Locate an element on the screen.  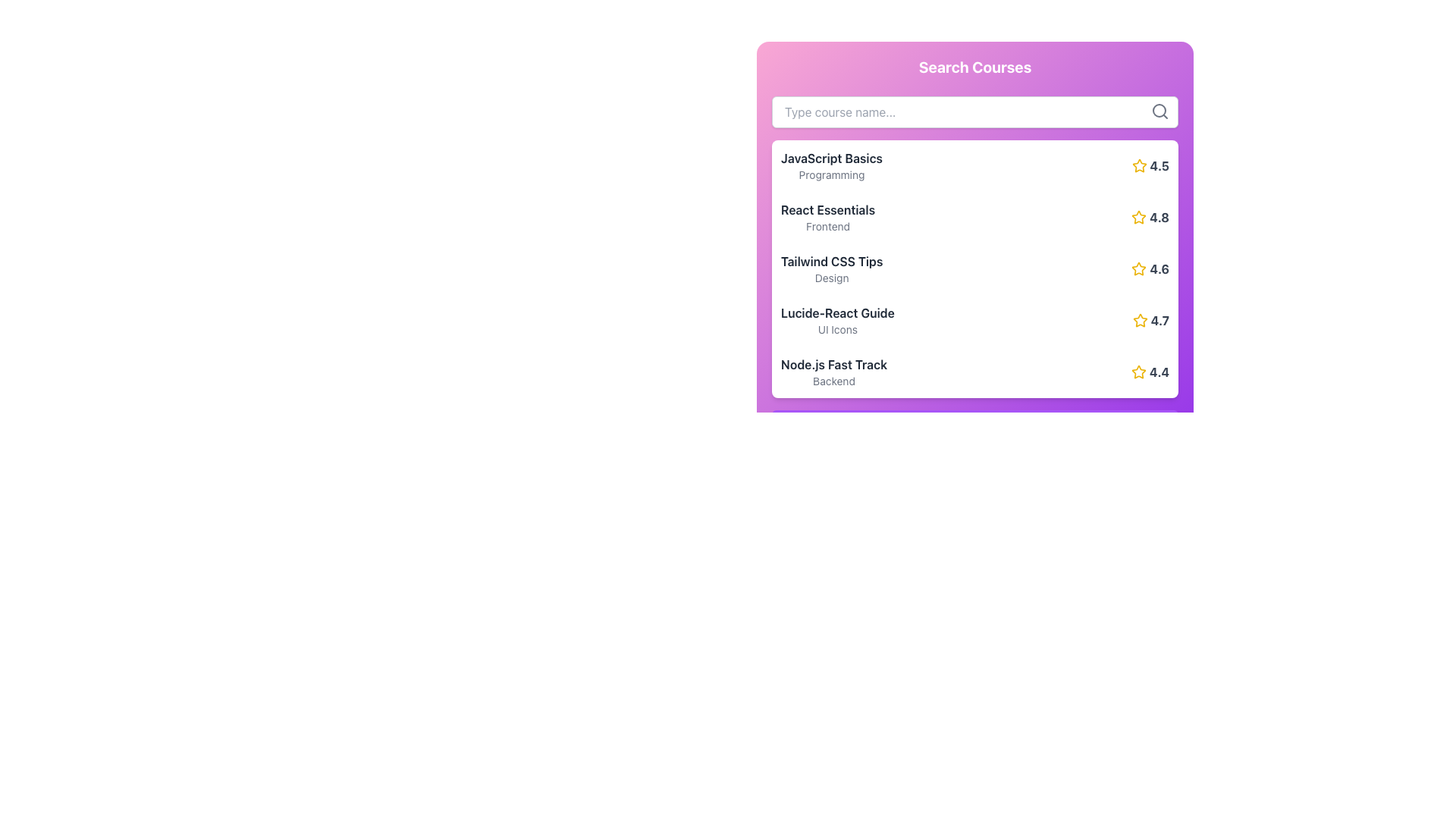
the Text Label that provides a recognizable title for the associated course or topic in the interface is located at coordinates (836, 312).